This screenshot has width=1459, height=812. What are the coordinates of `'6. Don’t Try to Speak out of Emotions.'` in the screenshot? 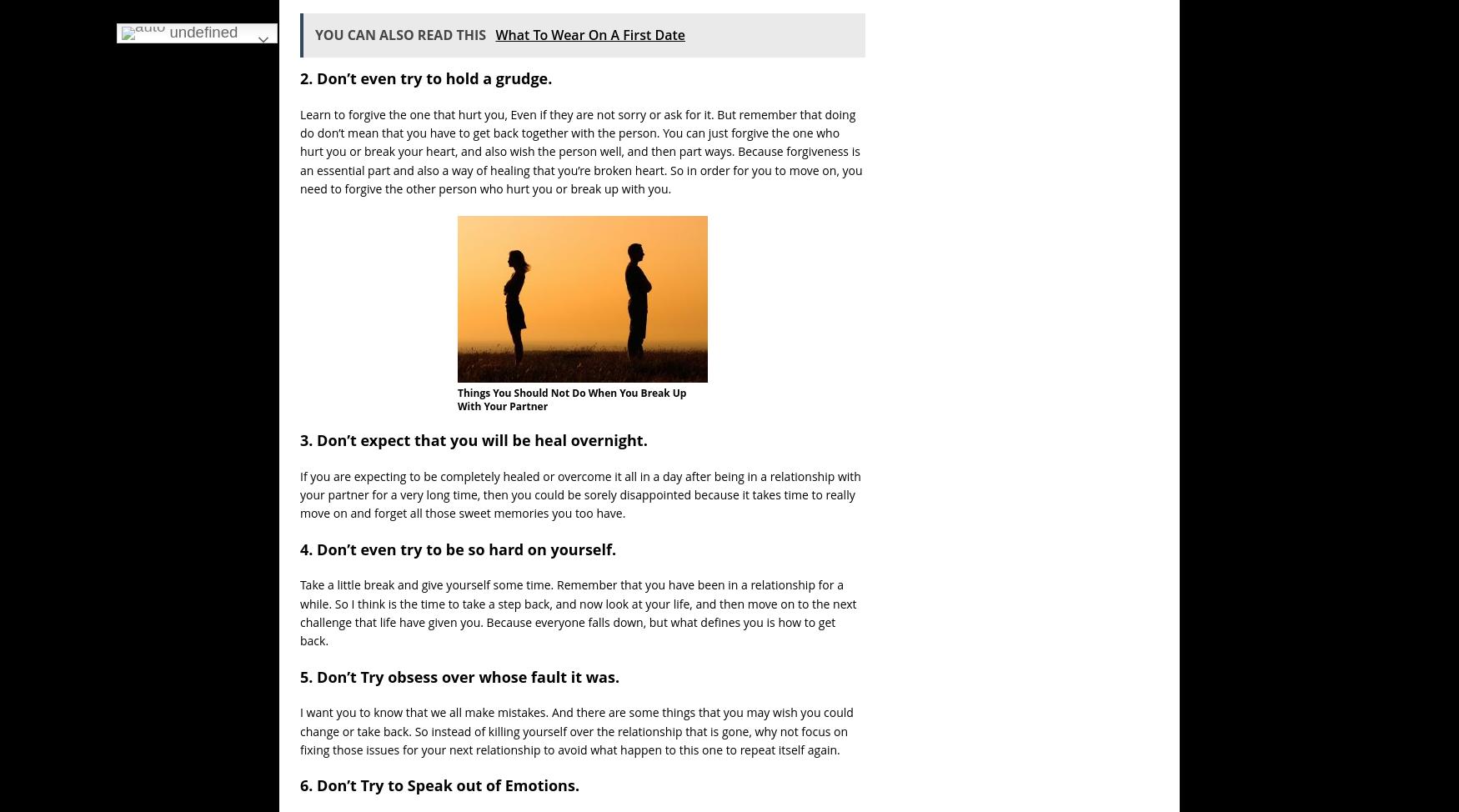 It's located at (299, 784).